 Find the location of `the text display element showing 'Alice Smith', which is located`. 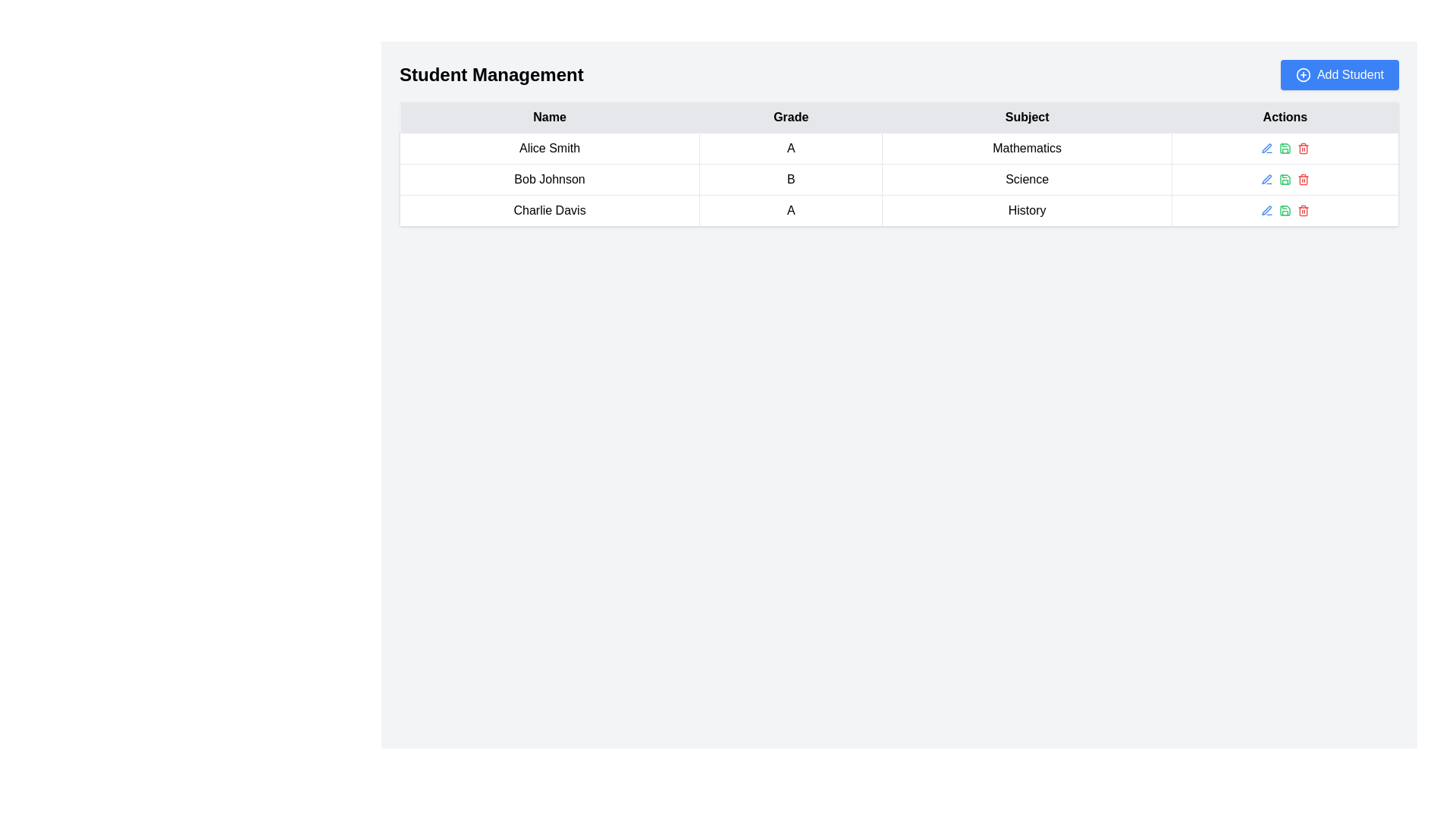

the text display element showing 'Alice Smith', which is located is located at coordinates (548, 149).